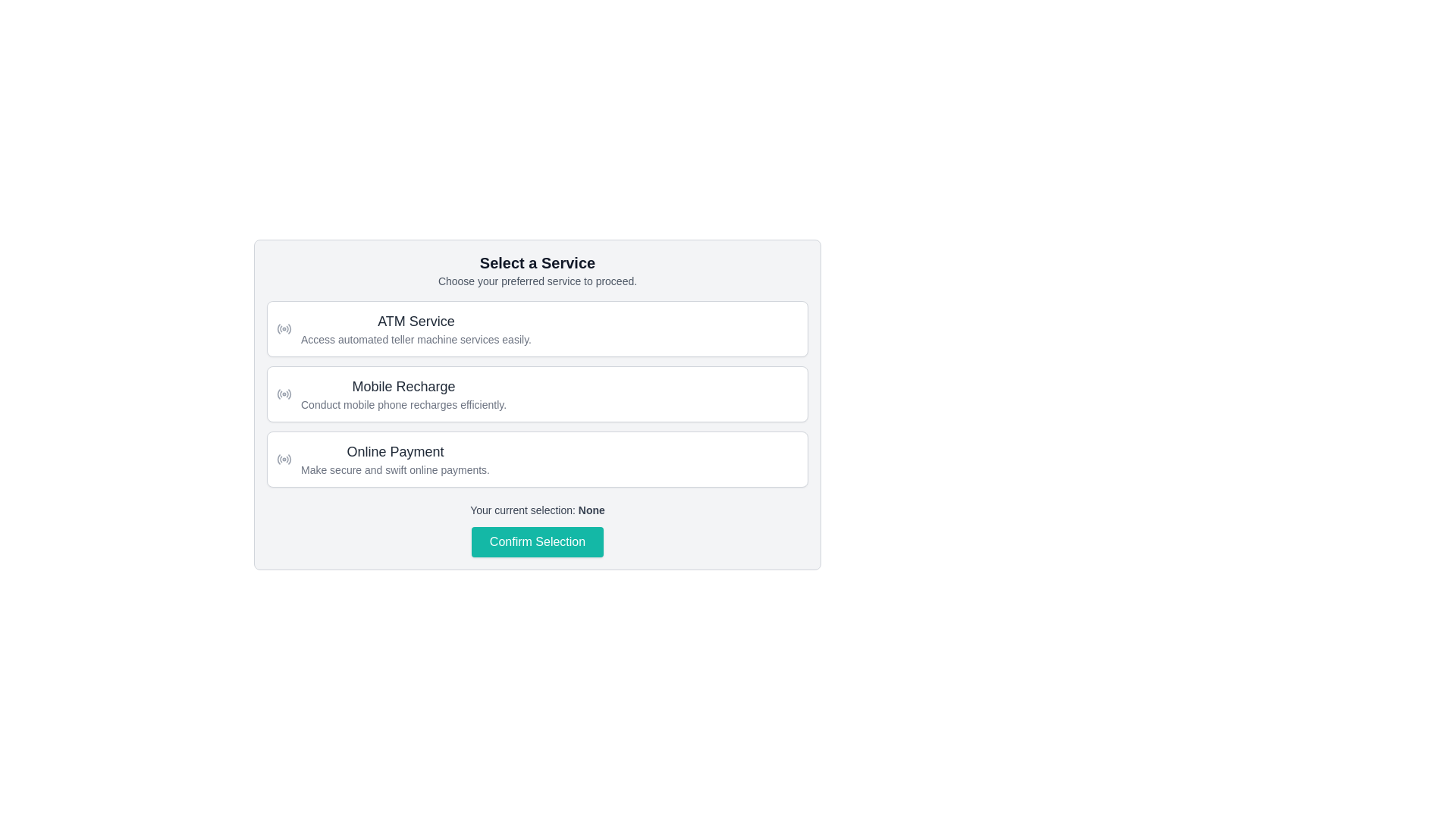  What do you see at coordinates (395, 458) in the screenshot?
I see `the 'Online Payment' label, which provides a title and additional details for users to understand the option's purpose, located in the vertical list of options` at bounding box center [395, 458].